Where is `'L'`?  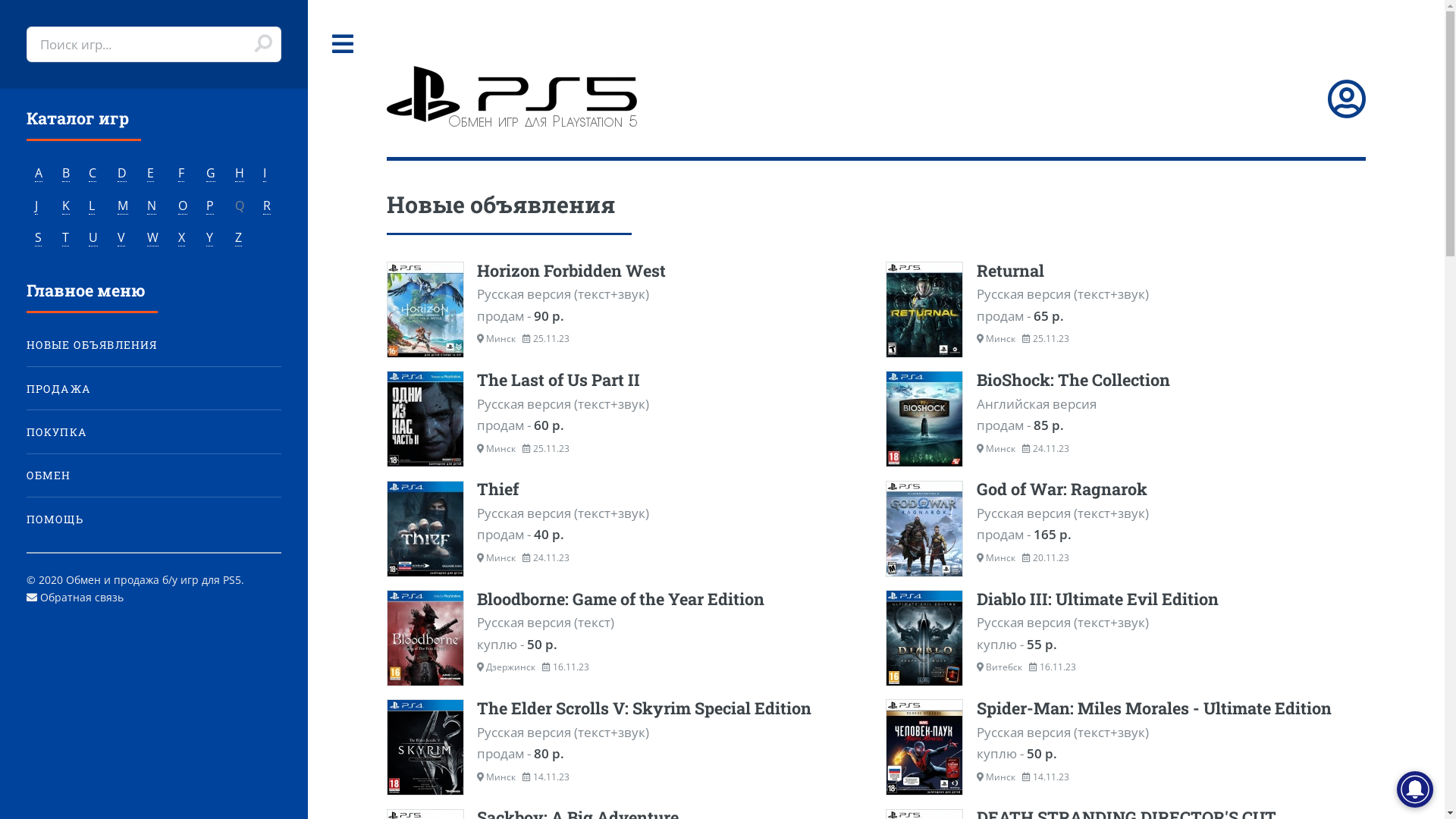 'L' is located at coordinates (90, 206).